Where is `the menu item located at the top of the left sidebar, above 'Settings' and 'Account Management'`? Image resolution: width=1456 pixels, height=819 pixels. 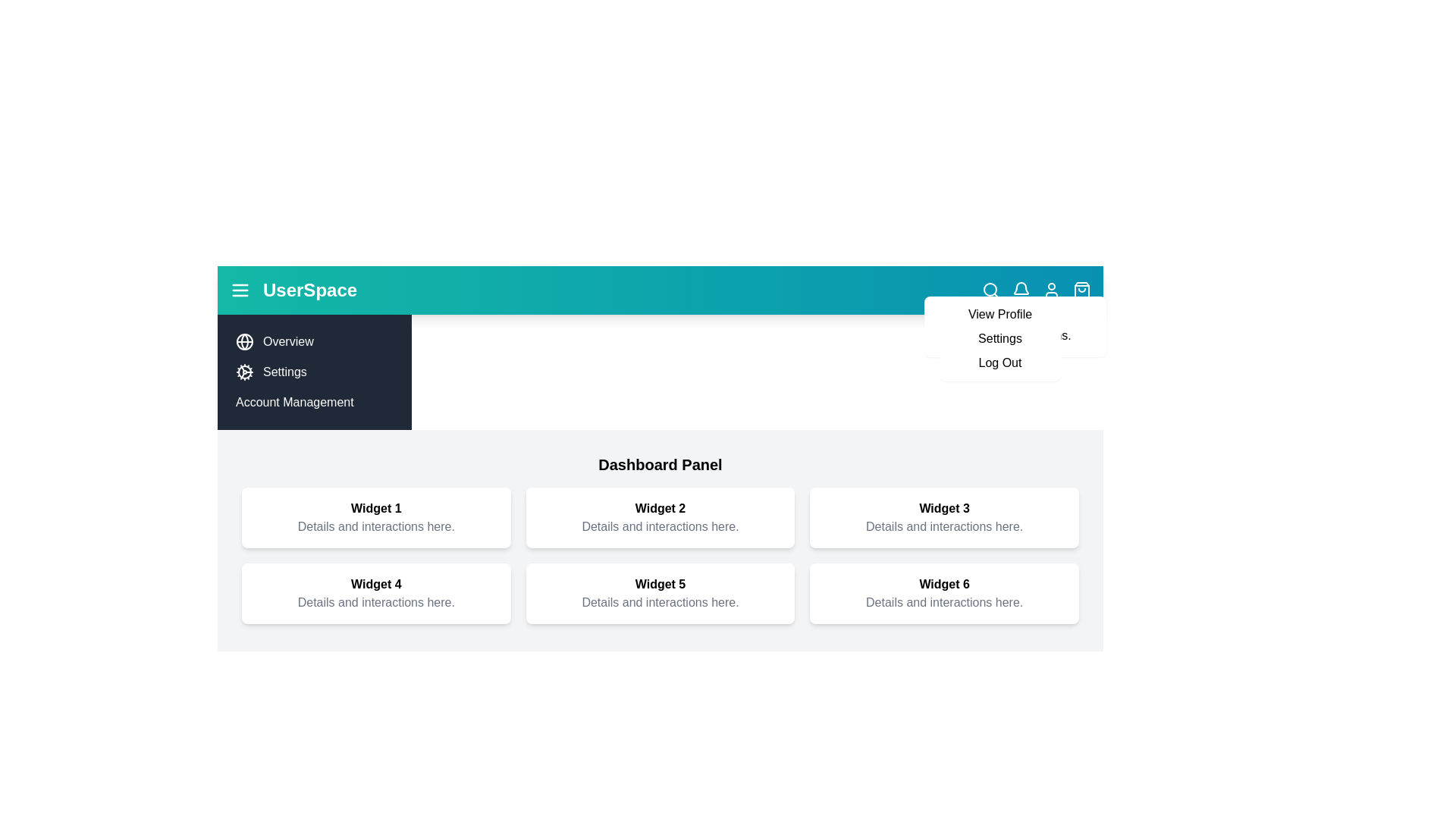
the menu item located at the top of the left sidebar, above 'Settings' and 'Account Management' is located at coordinates (313, 342).